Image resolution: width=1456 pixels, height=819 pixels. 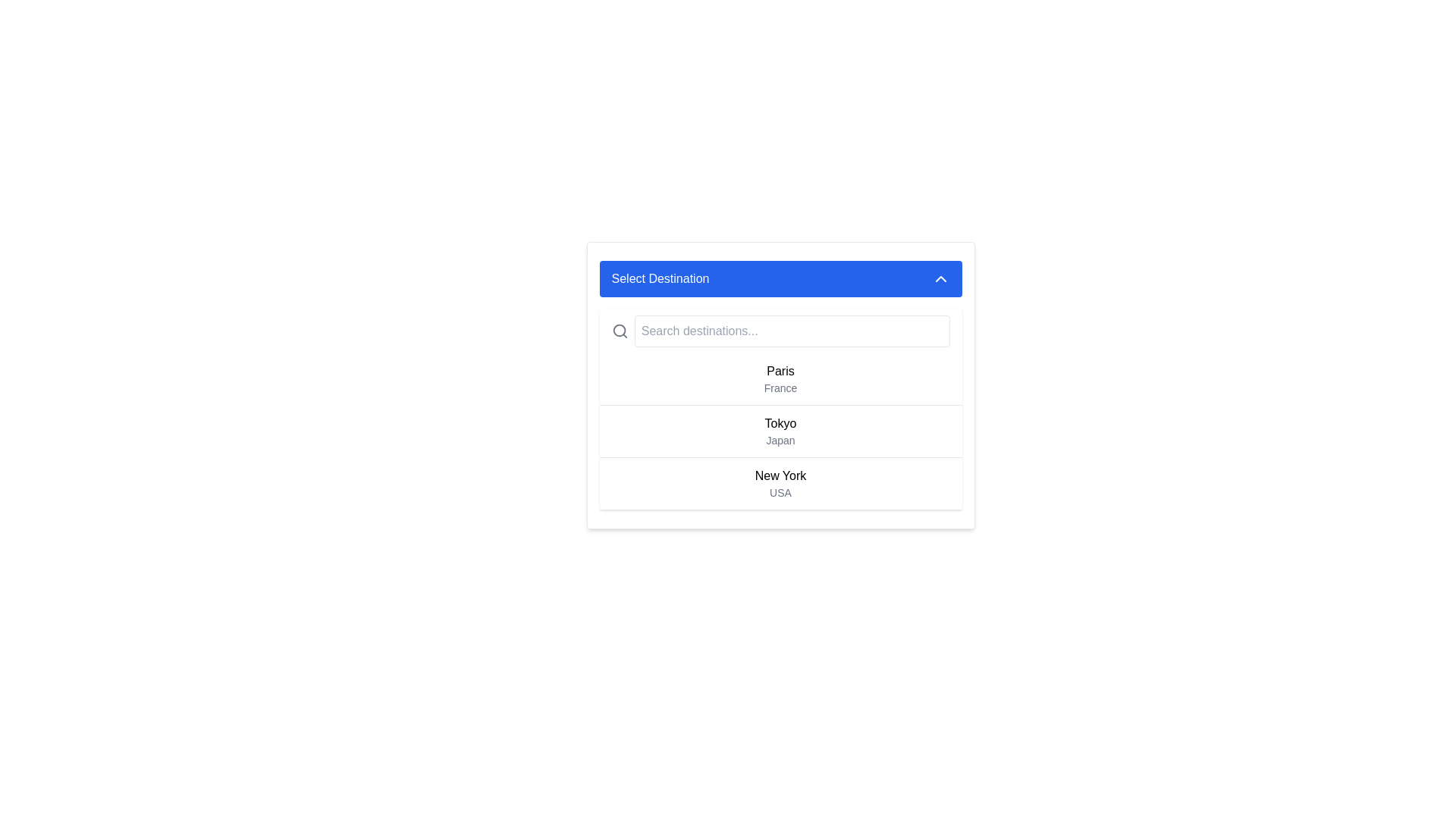 What do you see at coordinates (780, 431) in the screenshot?
I see `the second item in the dropdown list, which displays 'Tokyo' and 'Japan'` at bounding box center [780, 431].